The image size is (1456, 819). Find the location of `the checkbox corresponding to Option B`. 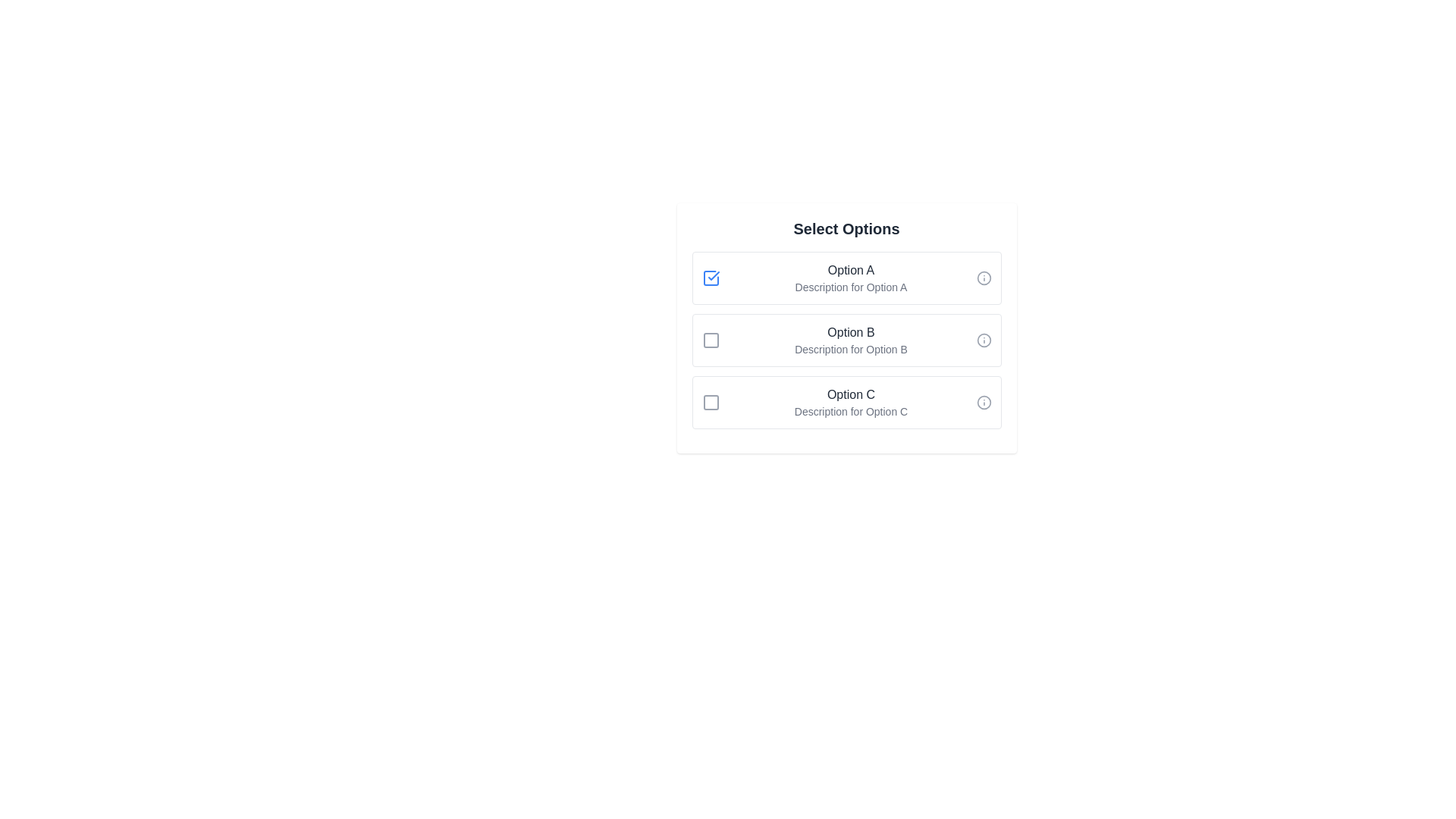

the checkbox corresponding to Option B is located at coordinates (710, 339).